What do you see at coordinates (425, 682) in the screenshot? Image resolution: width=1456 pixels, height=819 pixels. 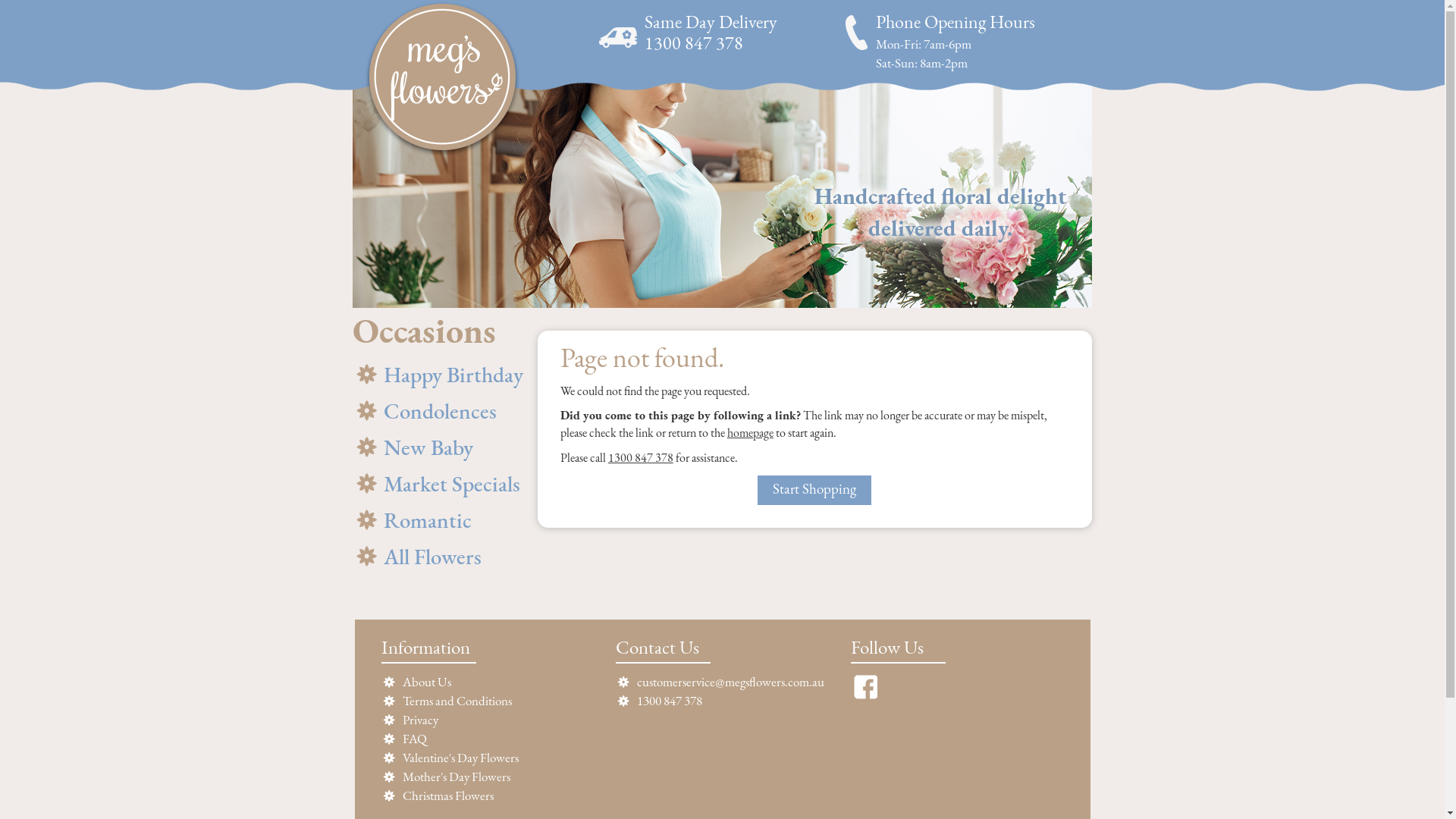 I see `'About Us'` at bounding box center [425, 682].